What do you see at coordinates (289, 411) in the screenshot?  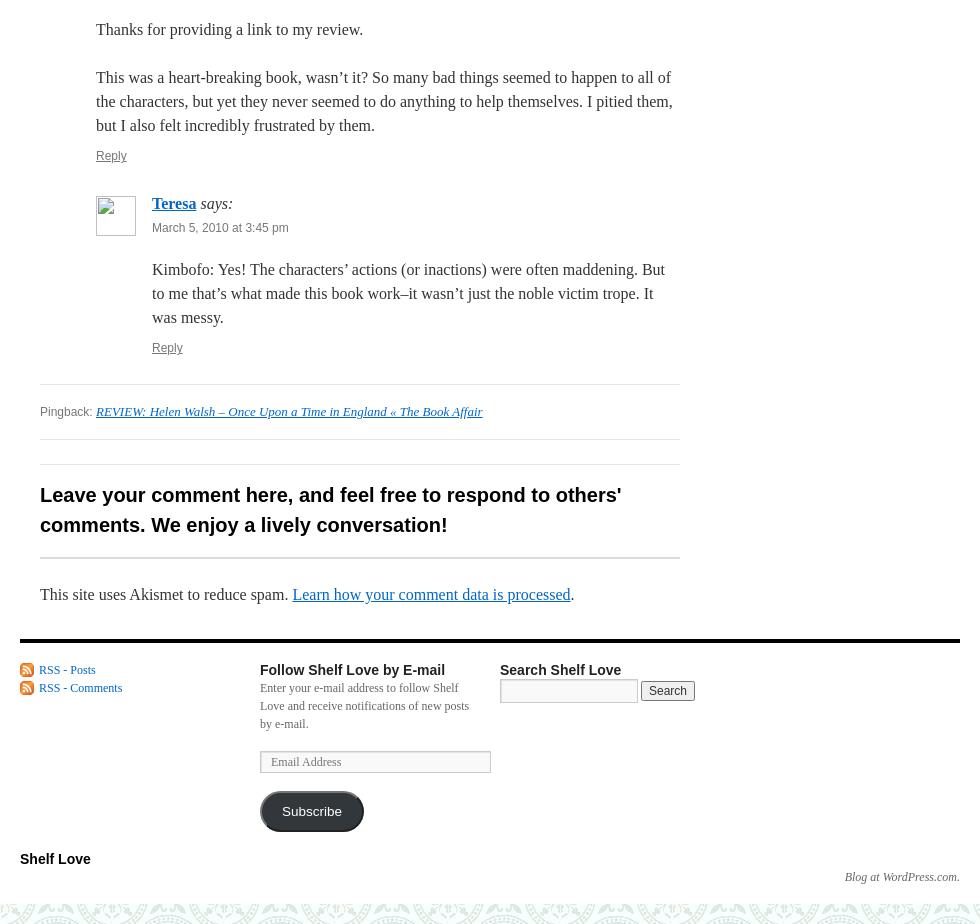 I see `'REVIEW: Helen Walsh – Once Upon a Time in England « The Book Affair'` at bounding box center [289, 411].